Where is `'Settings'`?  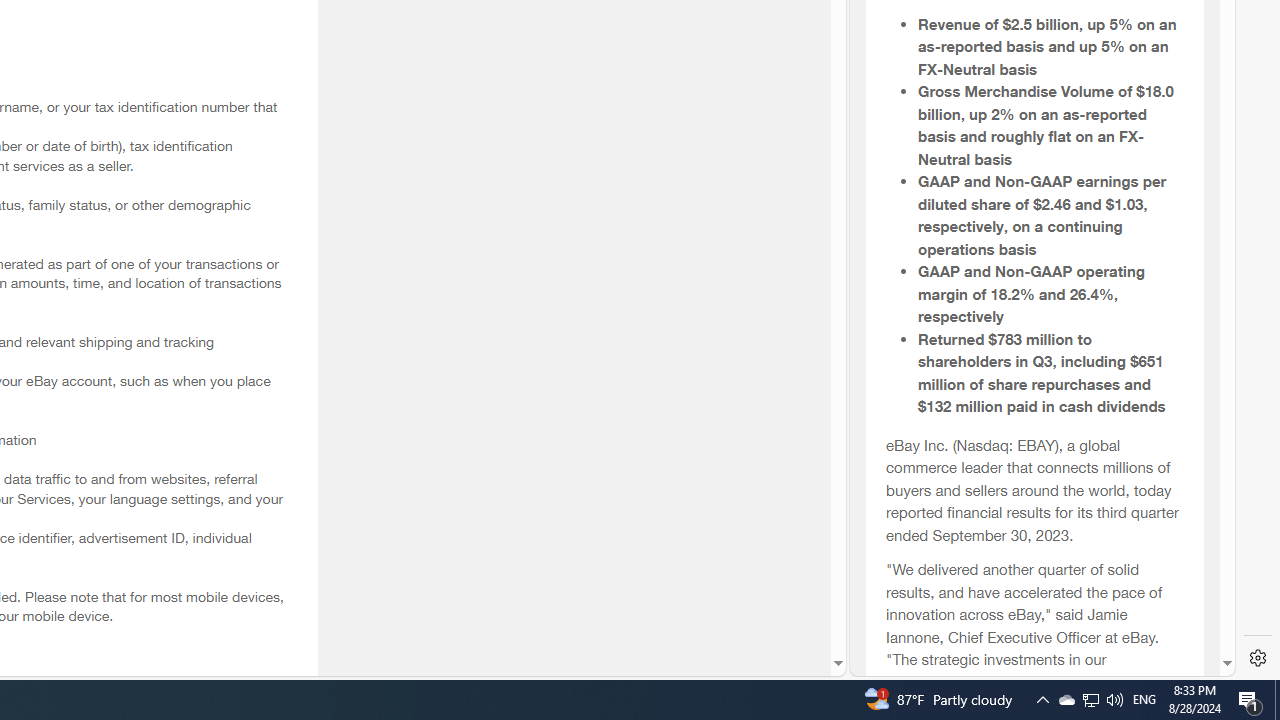
'Settings' is located at coordinates (1257, 658).